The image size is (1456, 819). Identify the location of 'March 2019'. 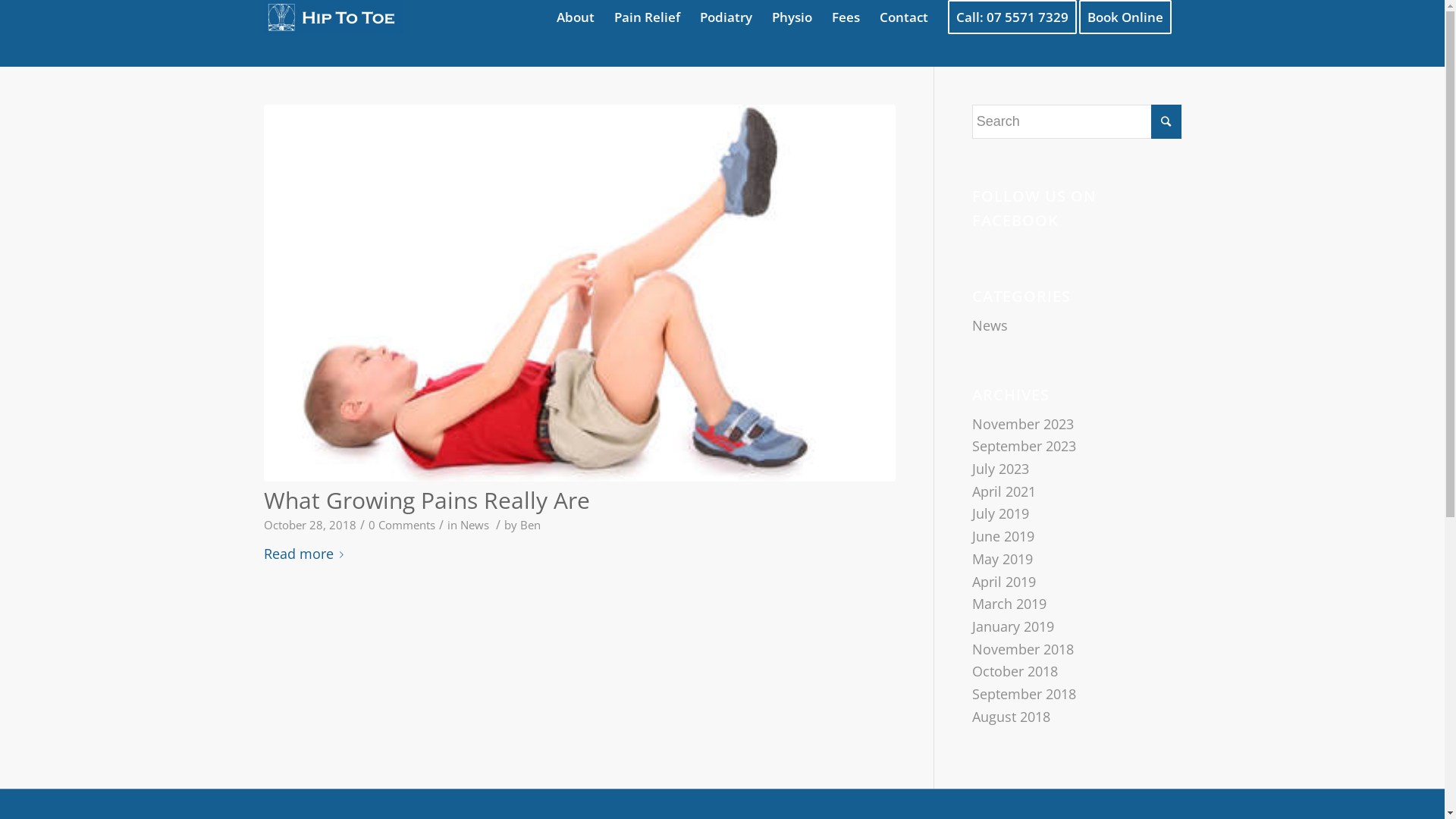
(1009, 602).